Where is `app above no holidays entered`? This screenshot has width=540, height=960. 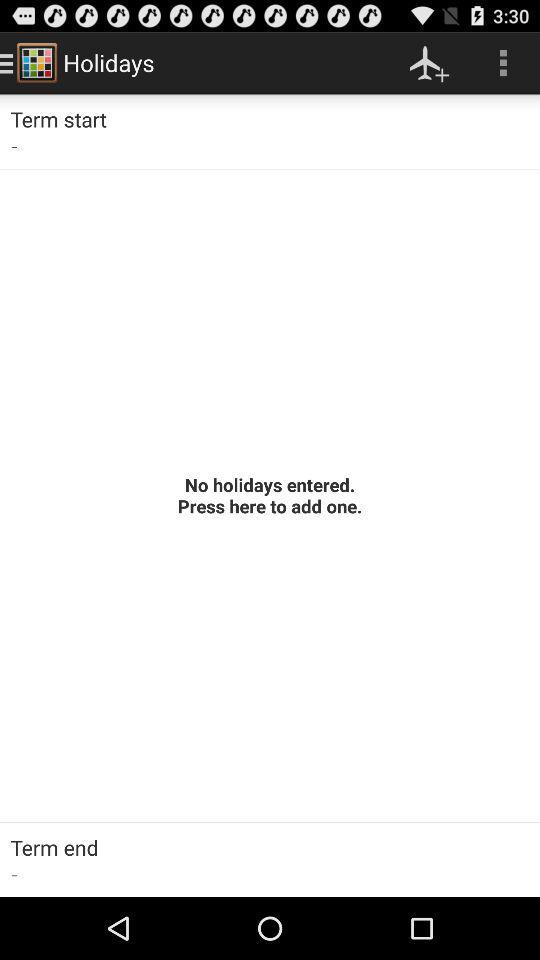
app above no holidays entered is located at coordinates (428, 62).